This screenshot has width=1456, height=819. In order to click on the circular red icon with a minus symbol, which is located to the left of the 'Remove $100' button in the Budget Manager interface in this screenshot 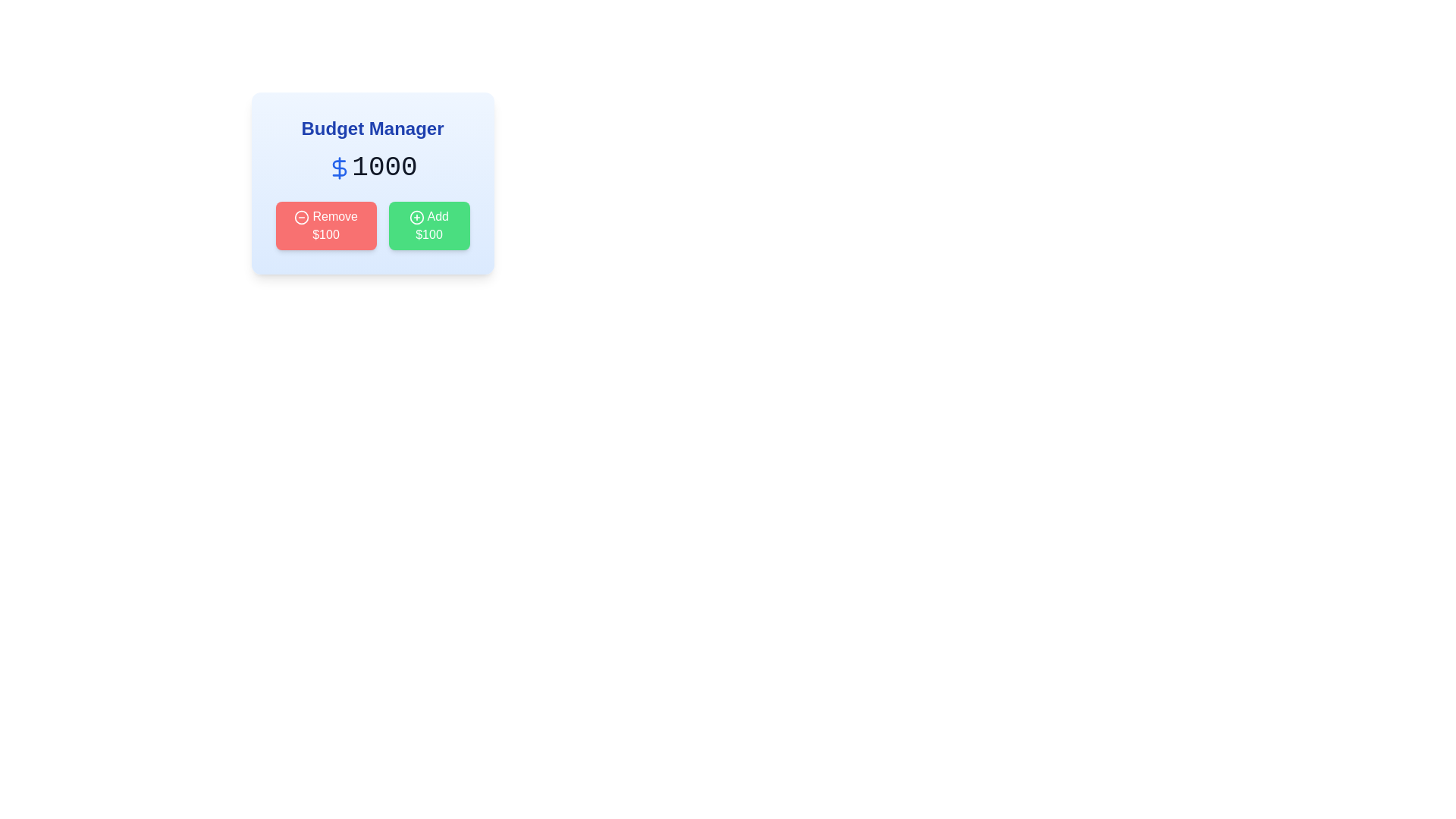, I will do `click(302, 217)`.